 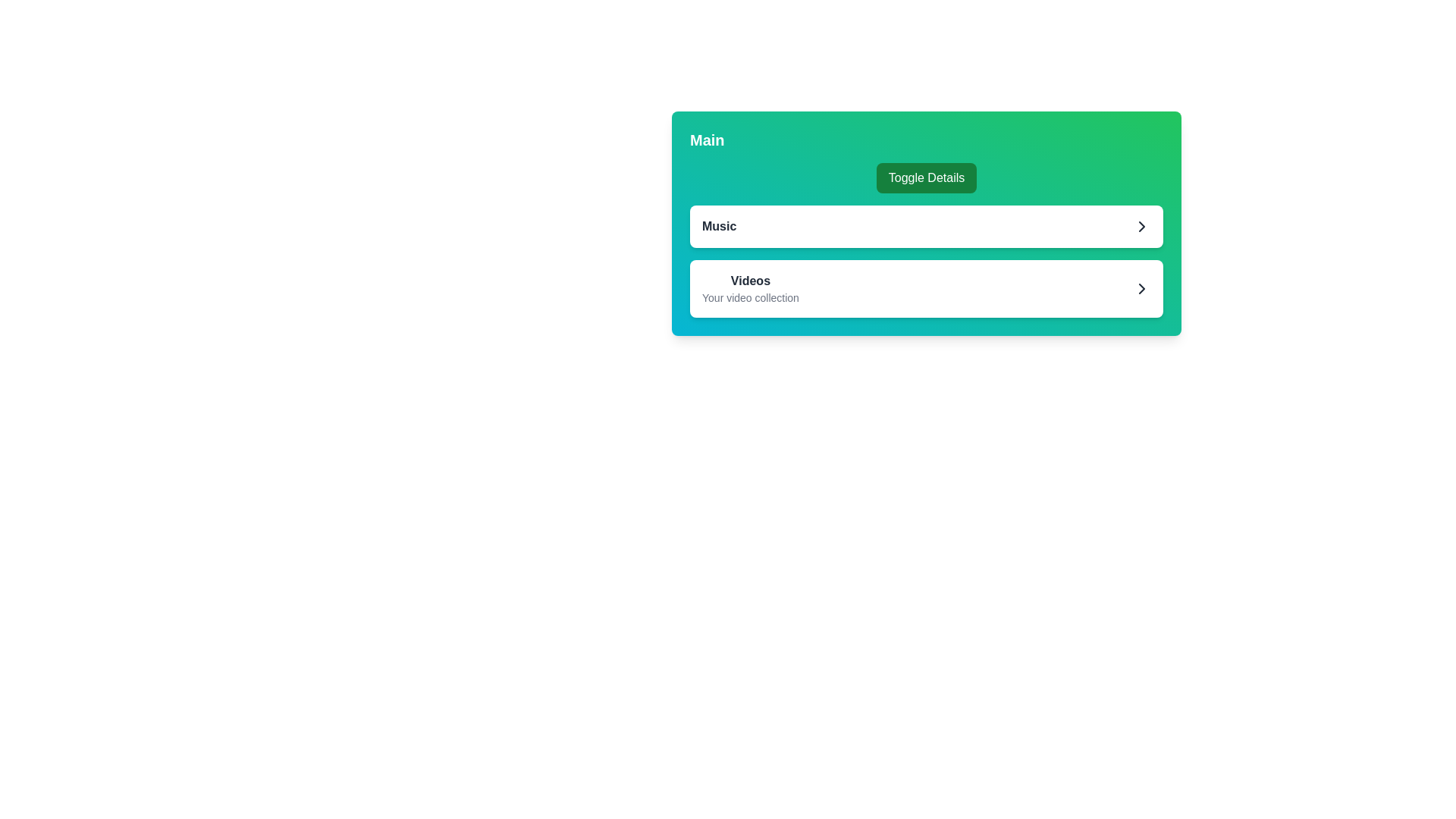 I want to click on the text element displaying 'Main' in bold, located at the top-left corner of the card component, above the 'Toggle Details' button for accessibility, so click(x=706, y=140).